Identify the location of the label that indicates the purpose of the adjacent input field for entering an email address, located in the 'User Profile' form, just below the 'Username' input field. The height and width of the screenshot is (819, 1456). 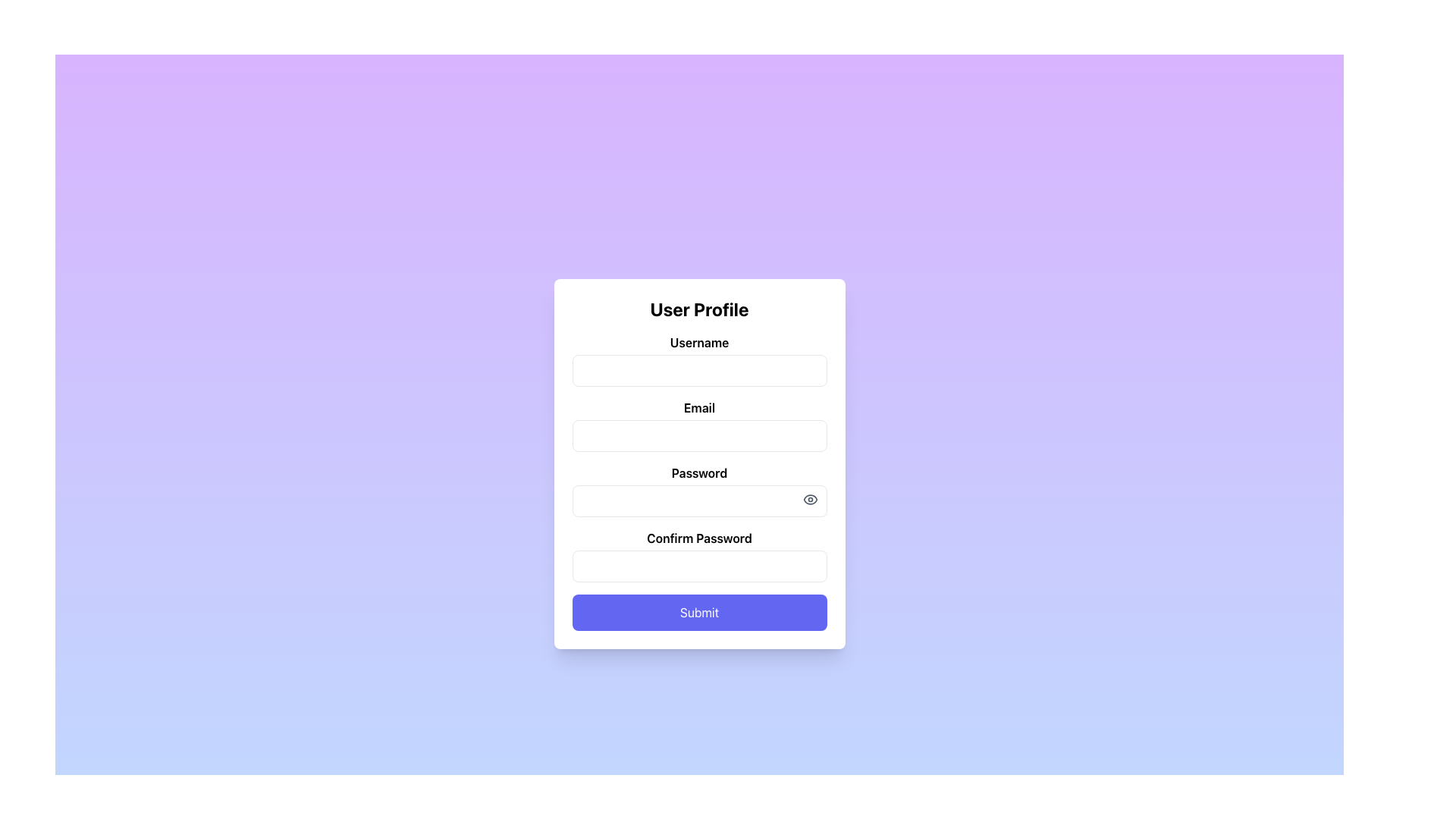
(698, 406).